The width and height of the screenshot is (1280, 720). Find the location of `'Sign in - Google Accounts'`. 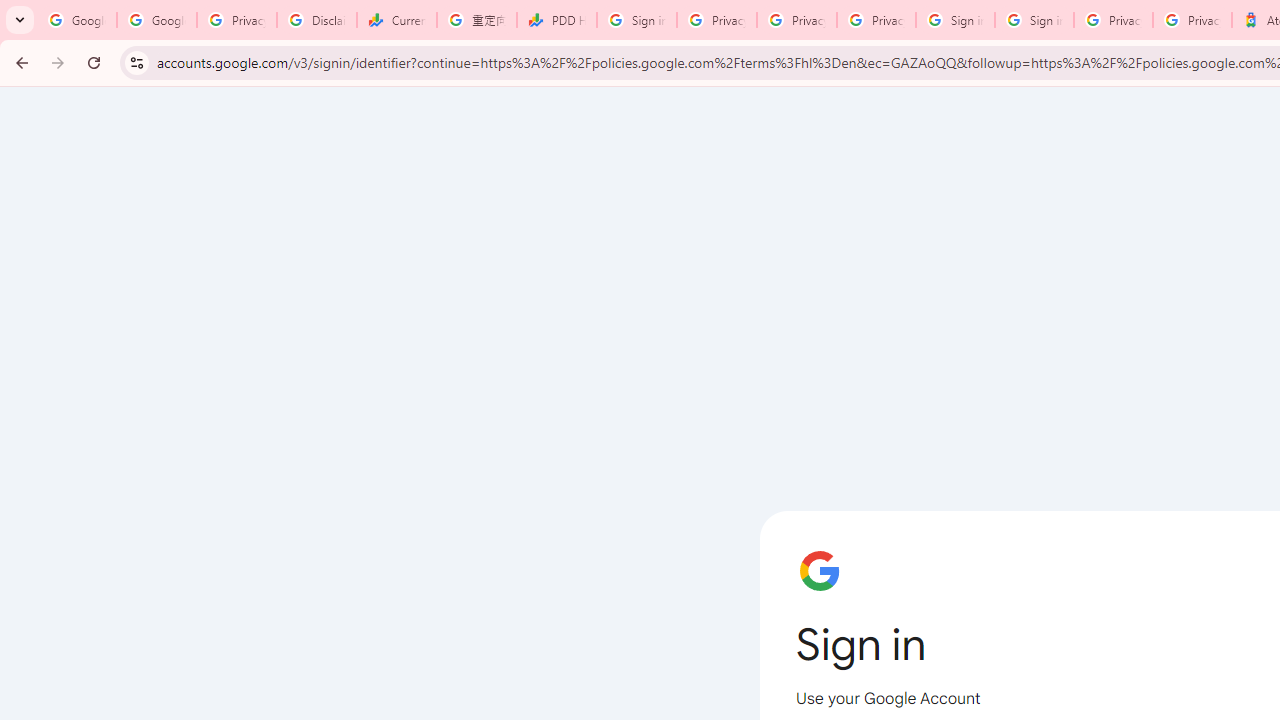

'Sign in - Google Accounts' is located at coordinates (954, 20).